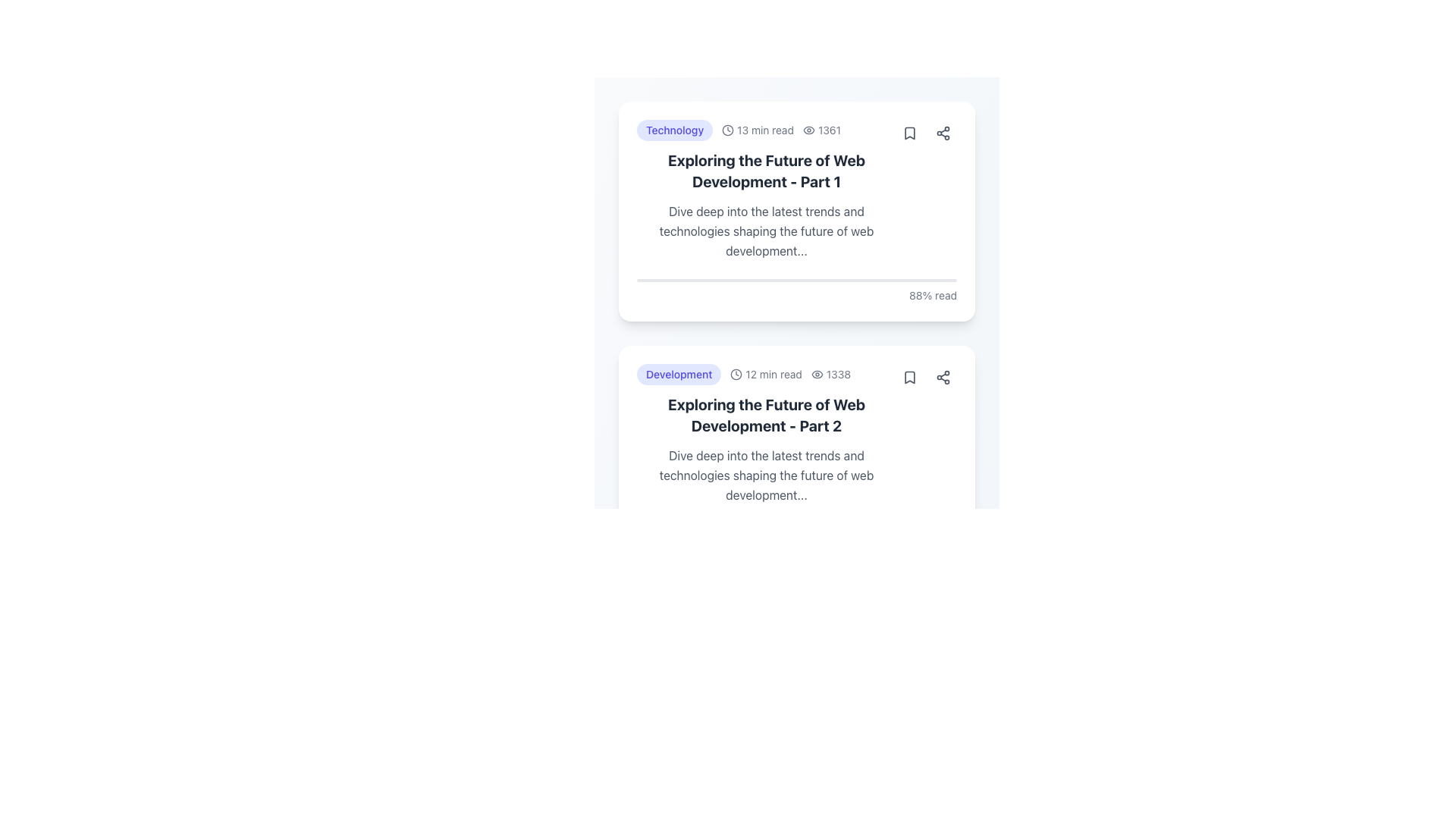 This screenshot has height=819, width=1456. Describe the element at coordinates (816, 374) in the screenshot. I see `the eye icon that indicates view count, located under the title 'Exploring the Future of Web Development - Part 2'` at that location.